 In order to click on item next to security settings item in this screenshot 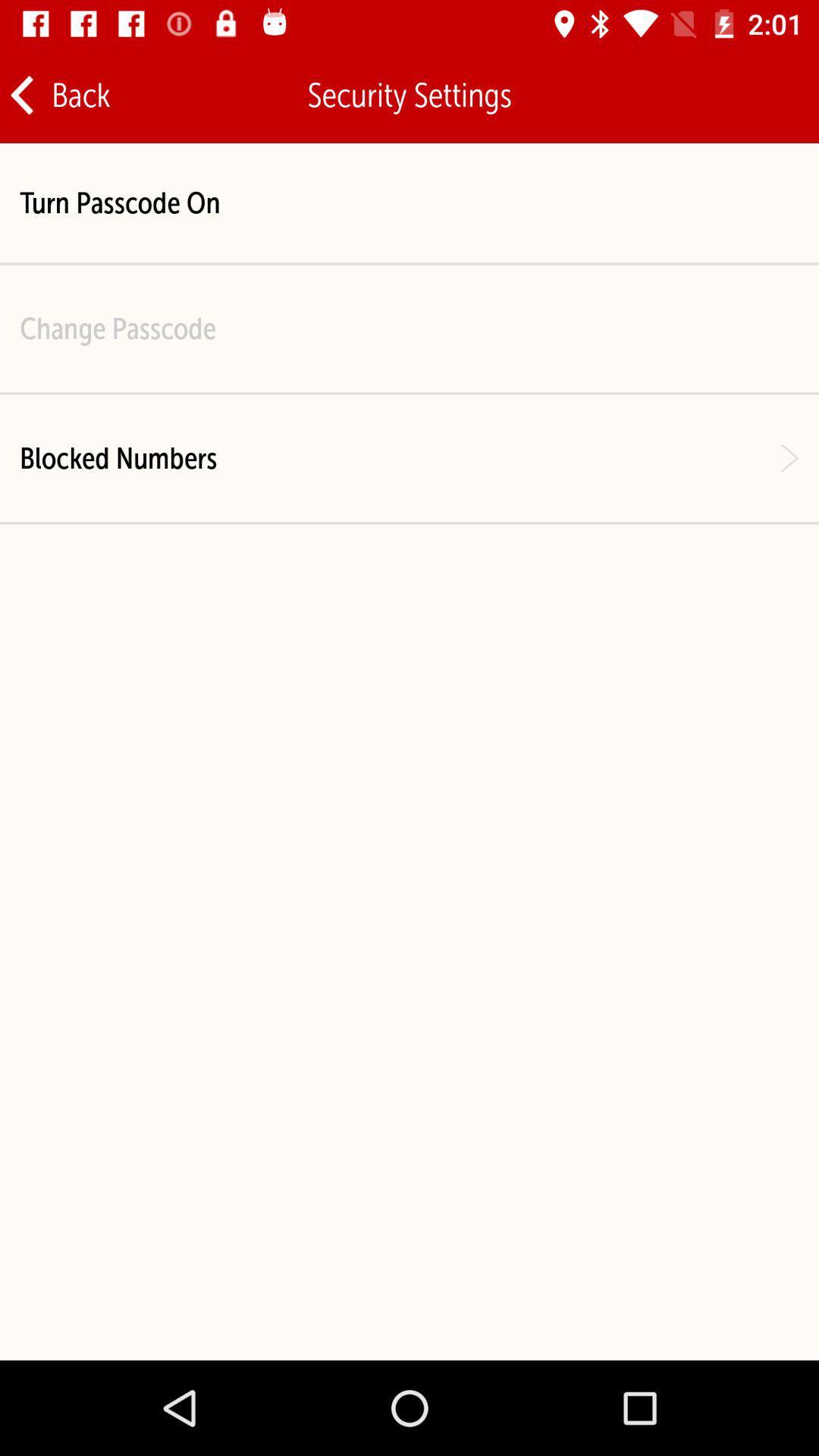, I will do `click(759, 94)`.